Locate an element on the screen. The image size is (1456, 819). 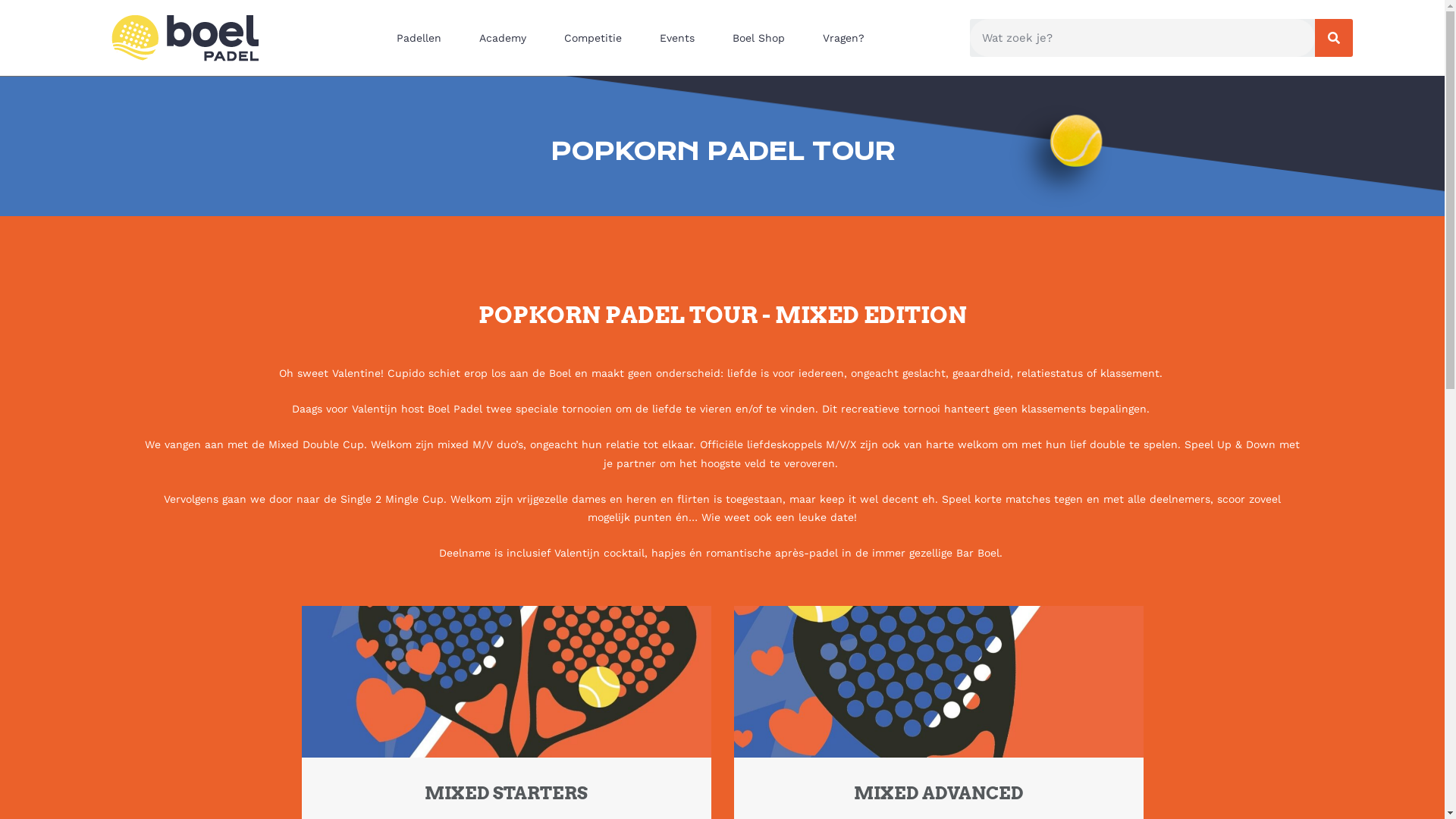
'Search' is located at coordinates (1332, 37).